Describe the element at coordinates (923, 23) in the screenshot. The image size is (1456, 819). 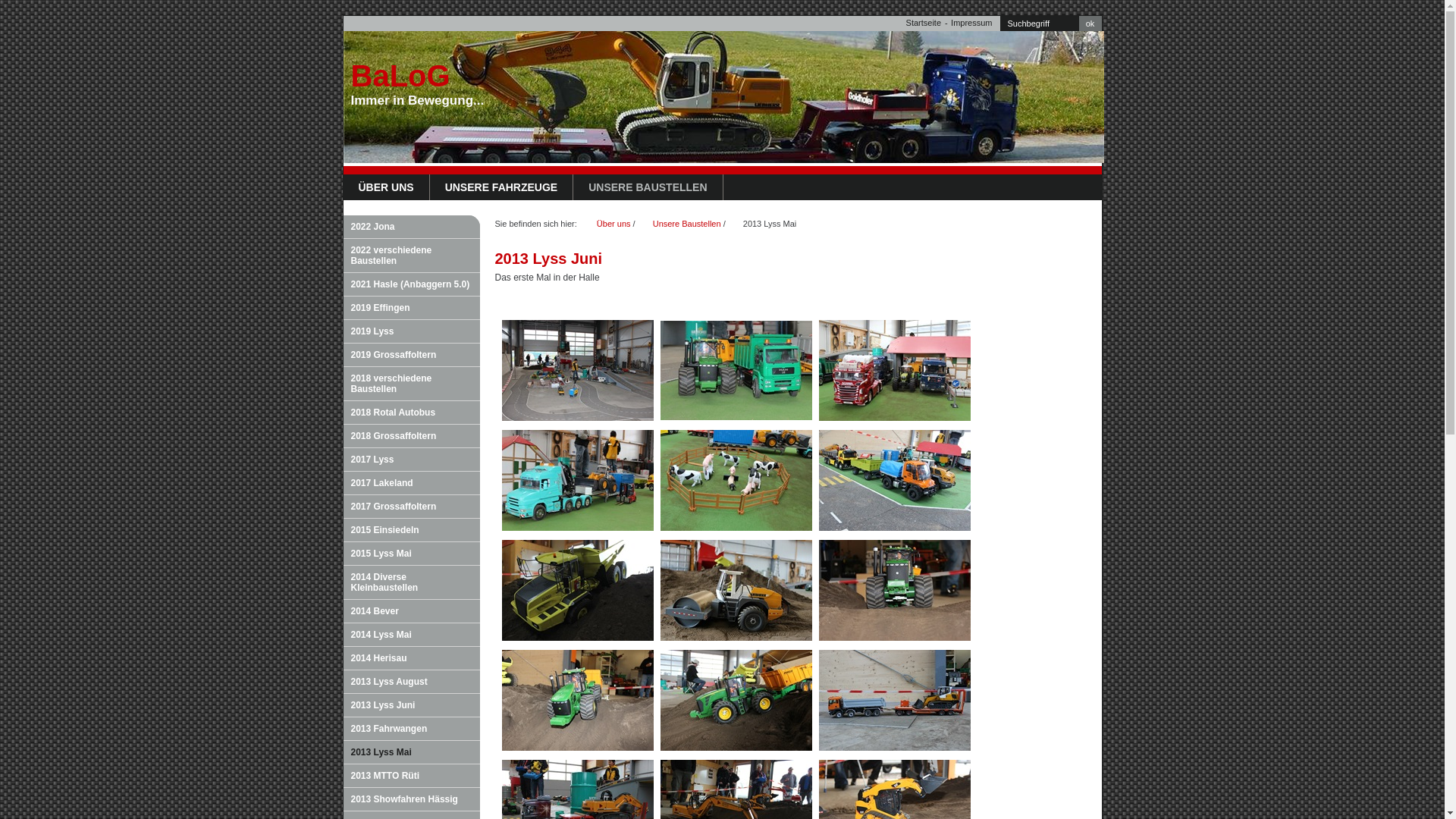
I see `'Startseite'` at that location.